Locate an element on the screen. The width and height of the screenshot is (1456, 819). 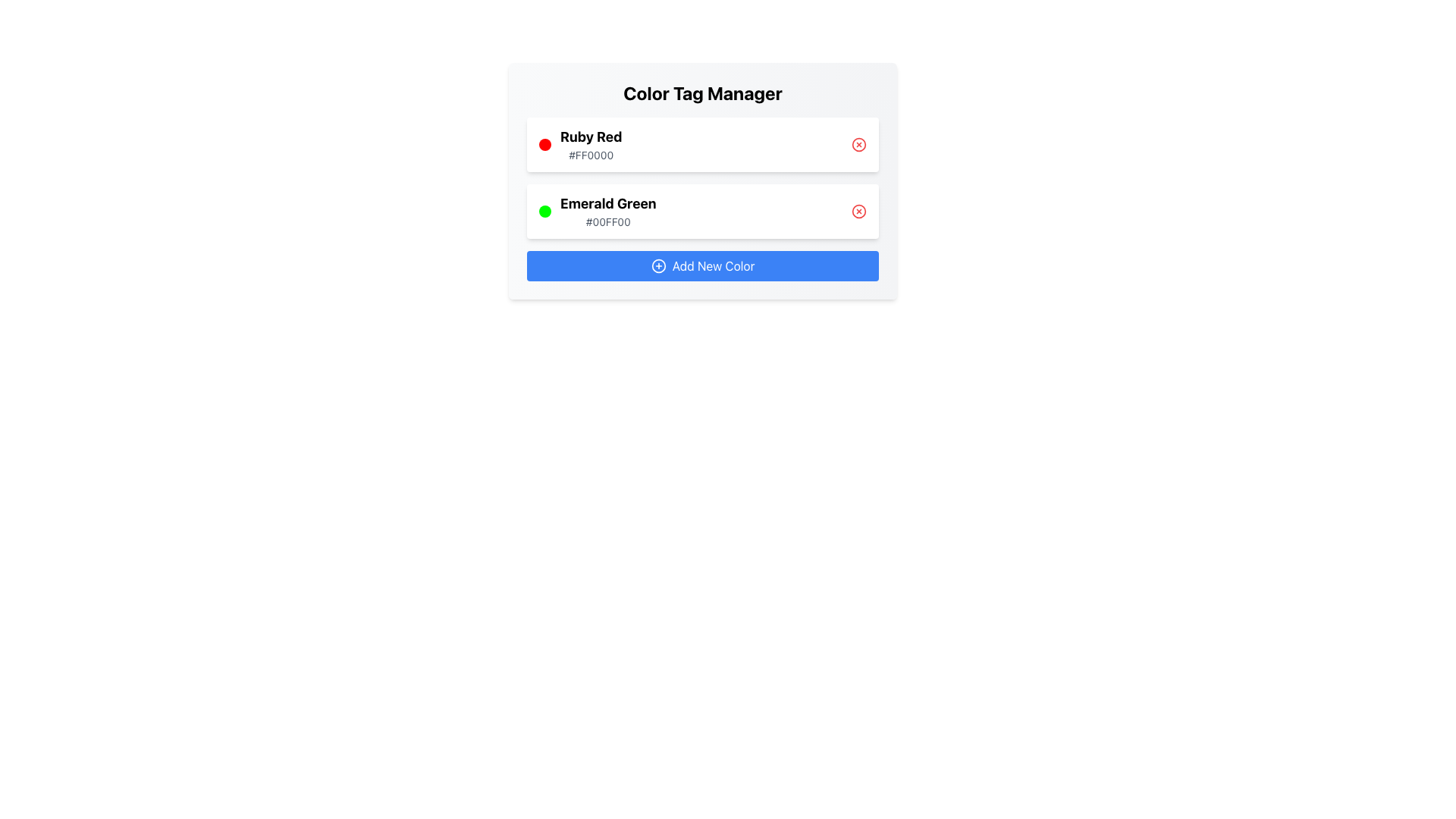
the 'Emerald Green' text label, which serves as a title for the color category in the interface, positioned above the 'Add New Color' button and below the 'Ruby Red' group is located at coordinates (608, 203).